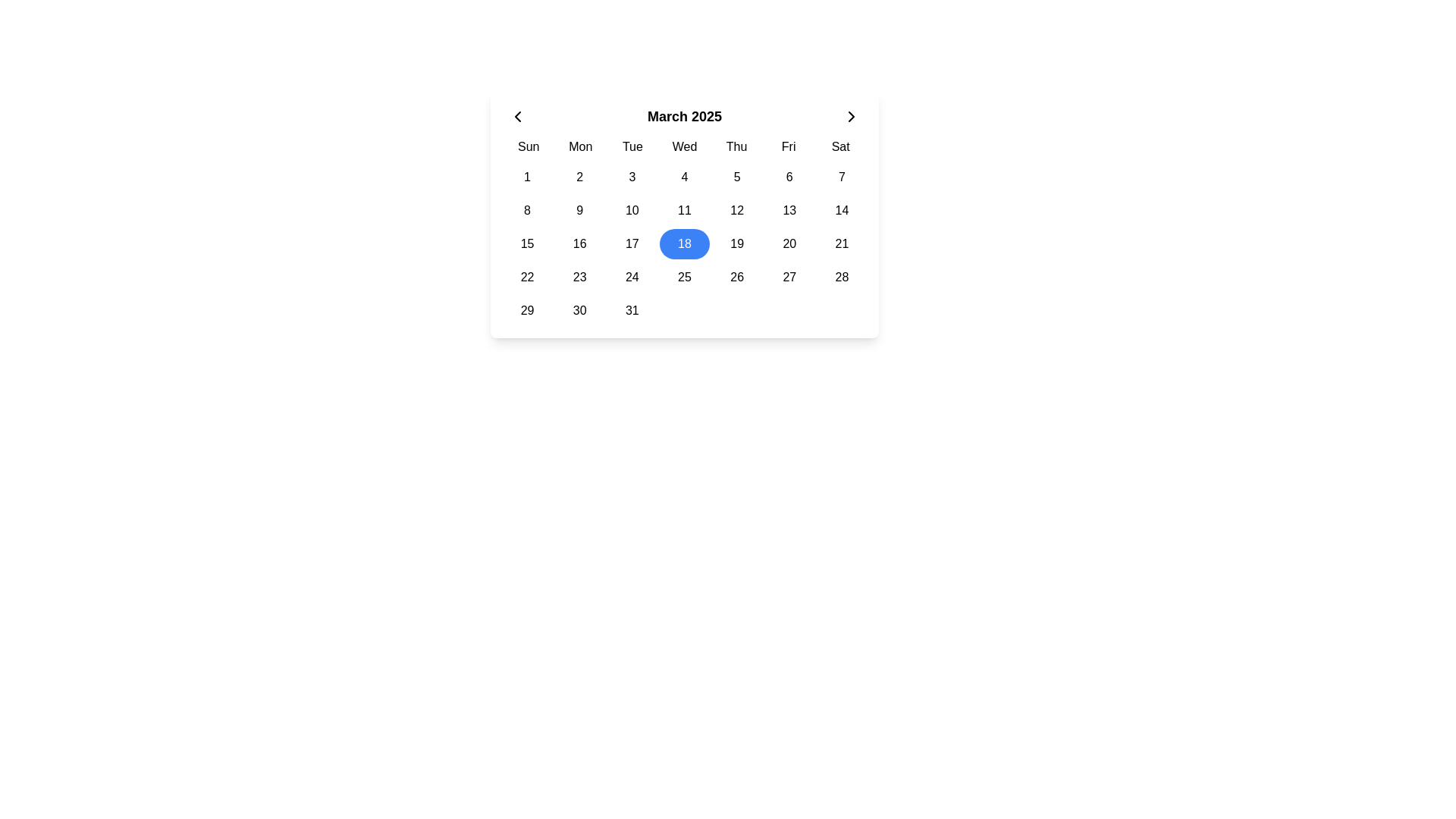 This screenshot has height=819, width=1456. What do you see at coordinates (632, 309) in the screenshot?
I see `the calendar date button representing the date '31'` at bounding box center [632, 309].